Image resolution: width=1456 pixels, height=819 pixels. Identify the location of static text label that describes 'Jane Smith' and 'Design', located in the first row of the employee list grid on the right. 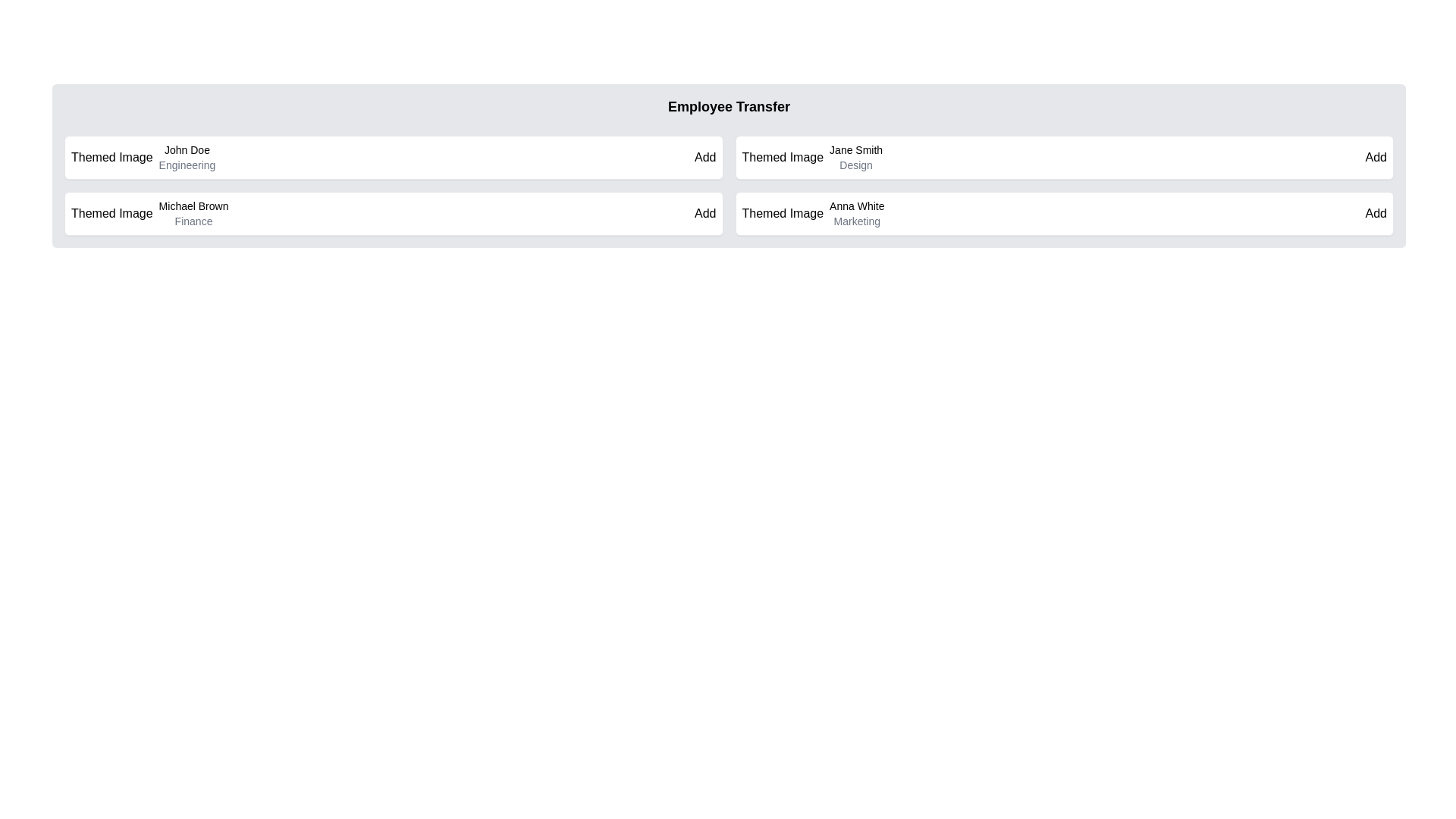
(783, 158).